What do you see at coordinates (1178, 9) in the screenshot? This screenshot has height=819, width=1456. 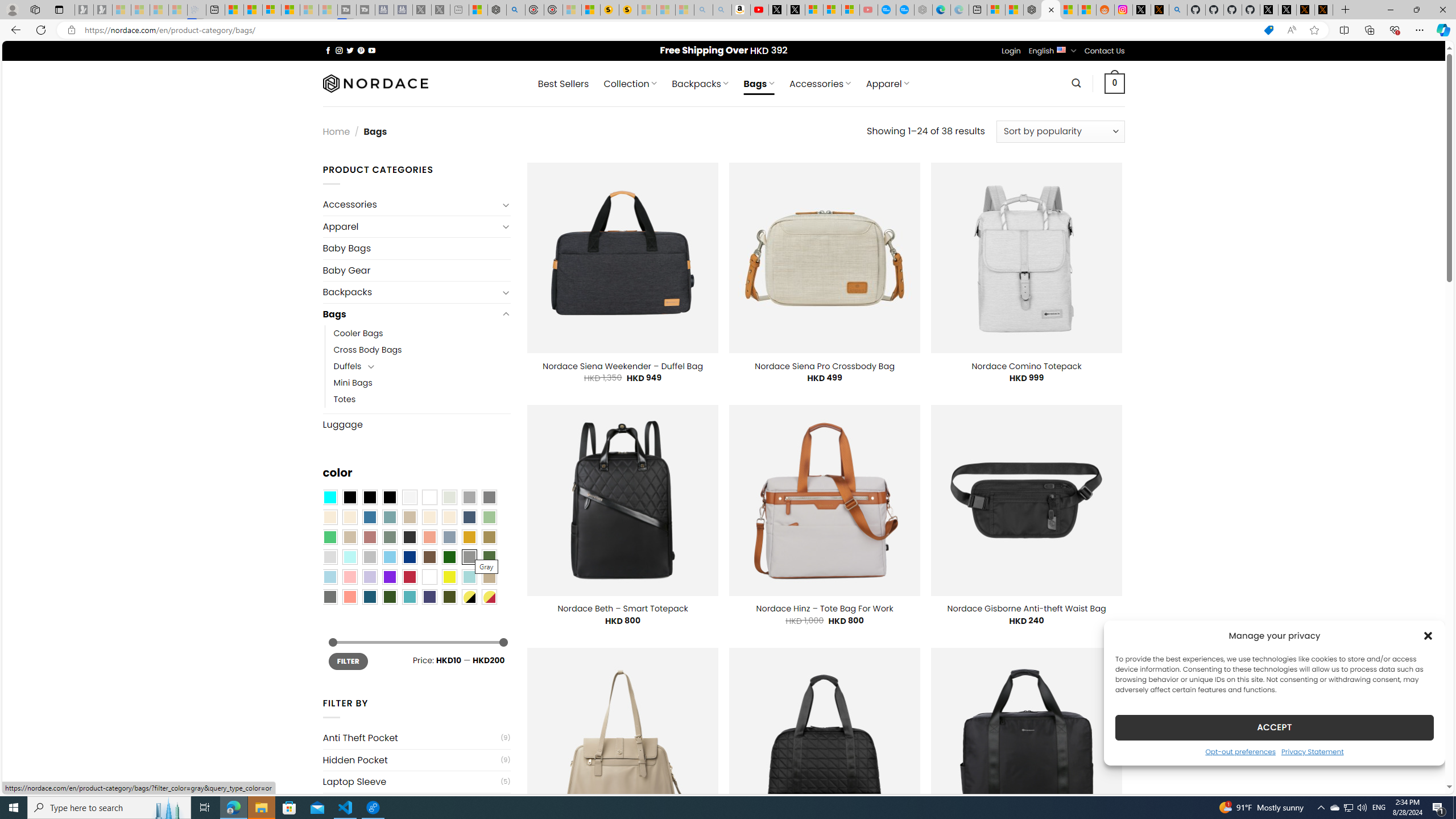 I see `'github - Search'` at bounding box center [1178, 9].